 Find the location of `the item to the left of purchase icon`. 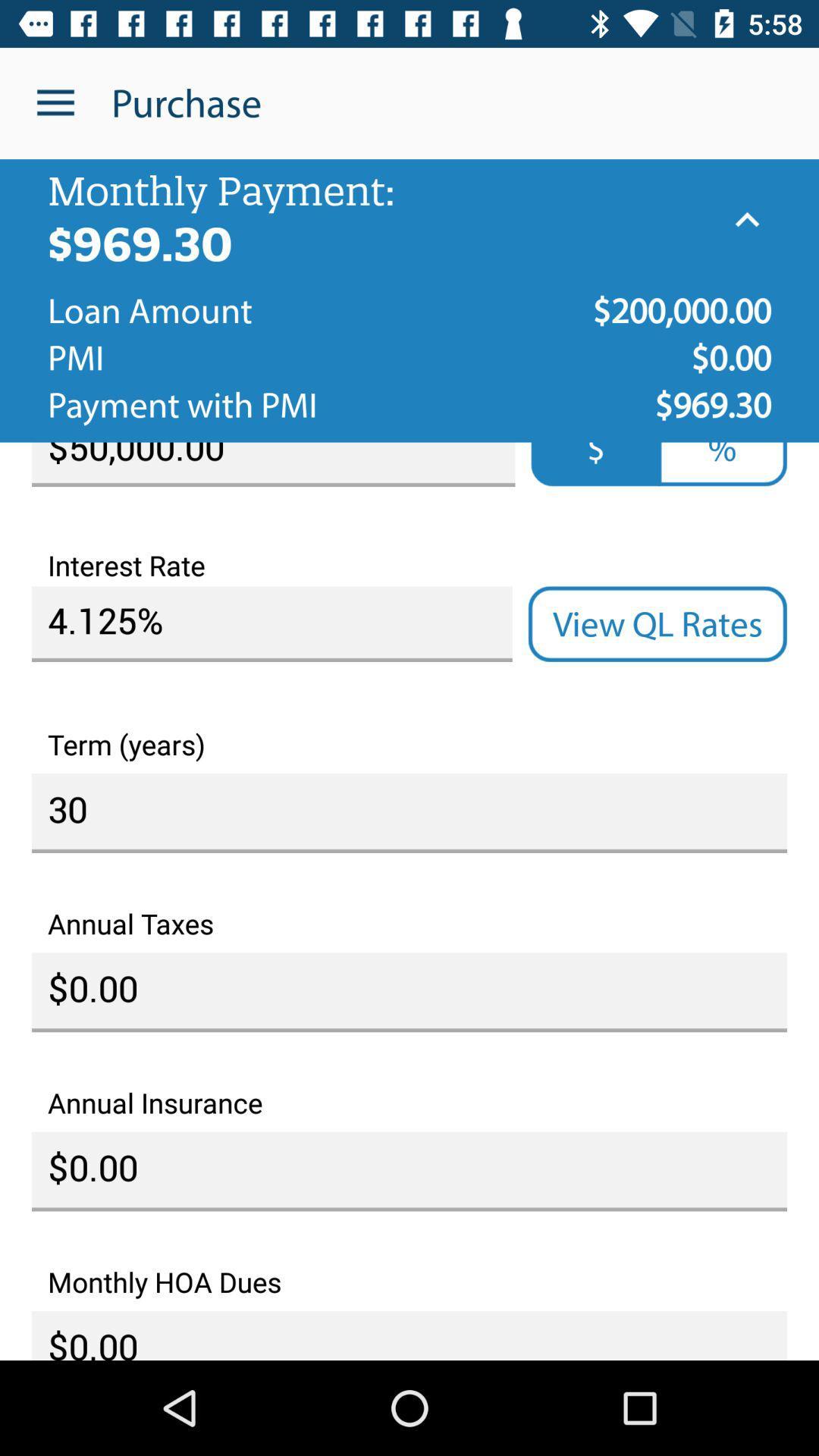

the item to the left of purchase icon is located at coordinates (55, 102).